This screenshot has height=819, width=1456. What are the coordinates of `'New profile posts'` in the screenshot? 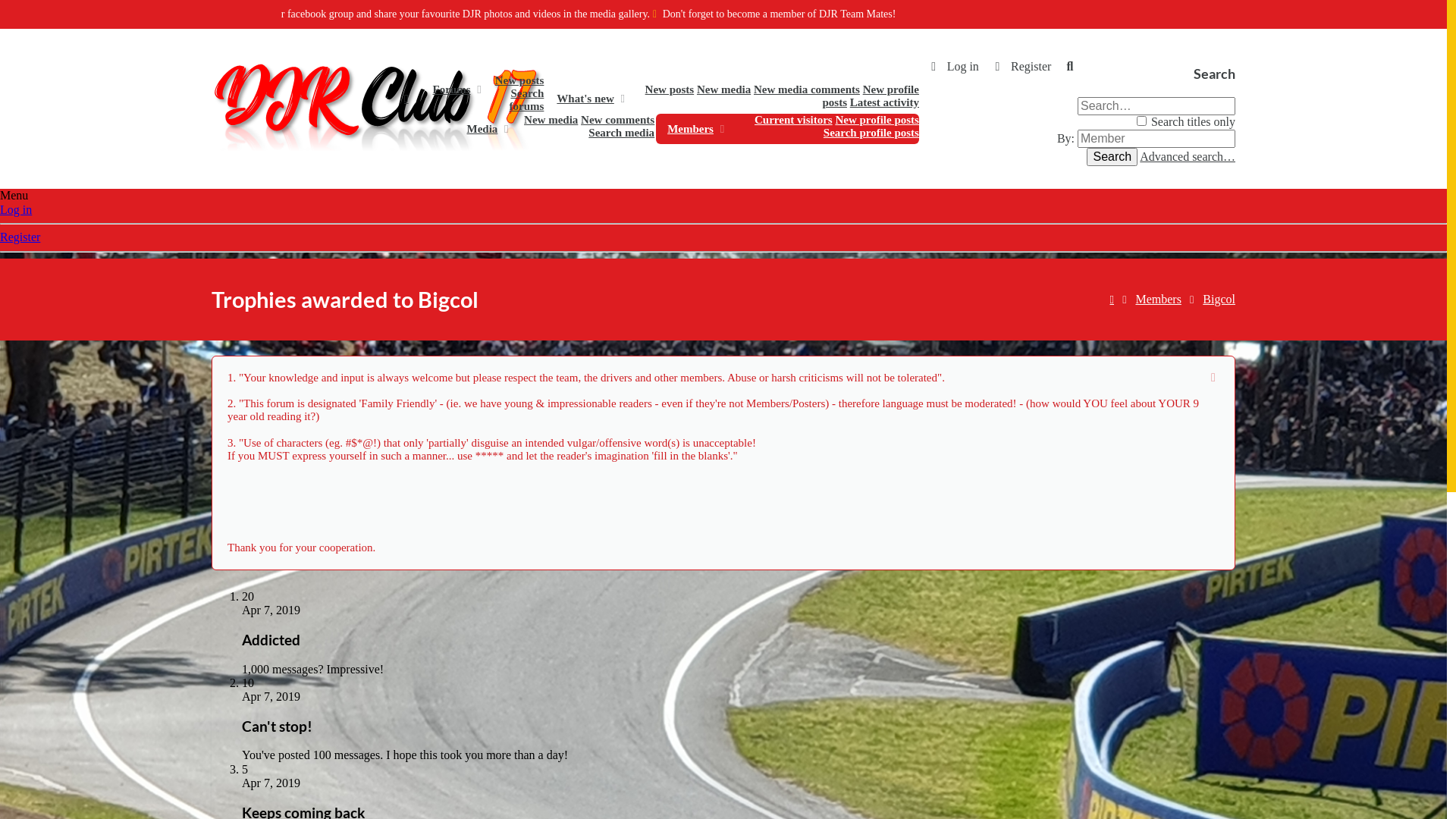 It's located at (877, 119).